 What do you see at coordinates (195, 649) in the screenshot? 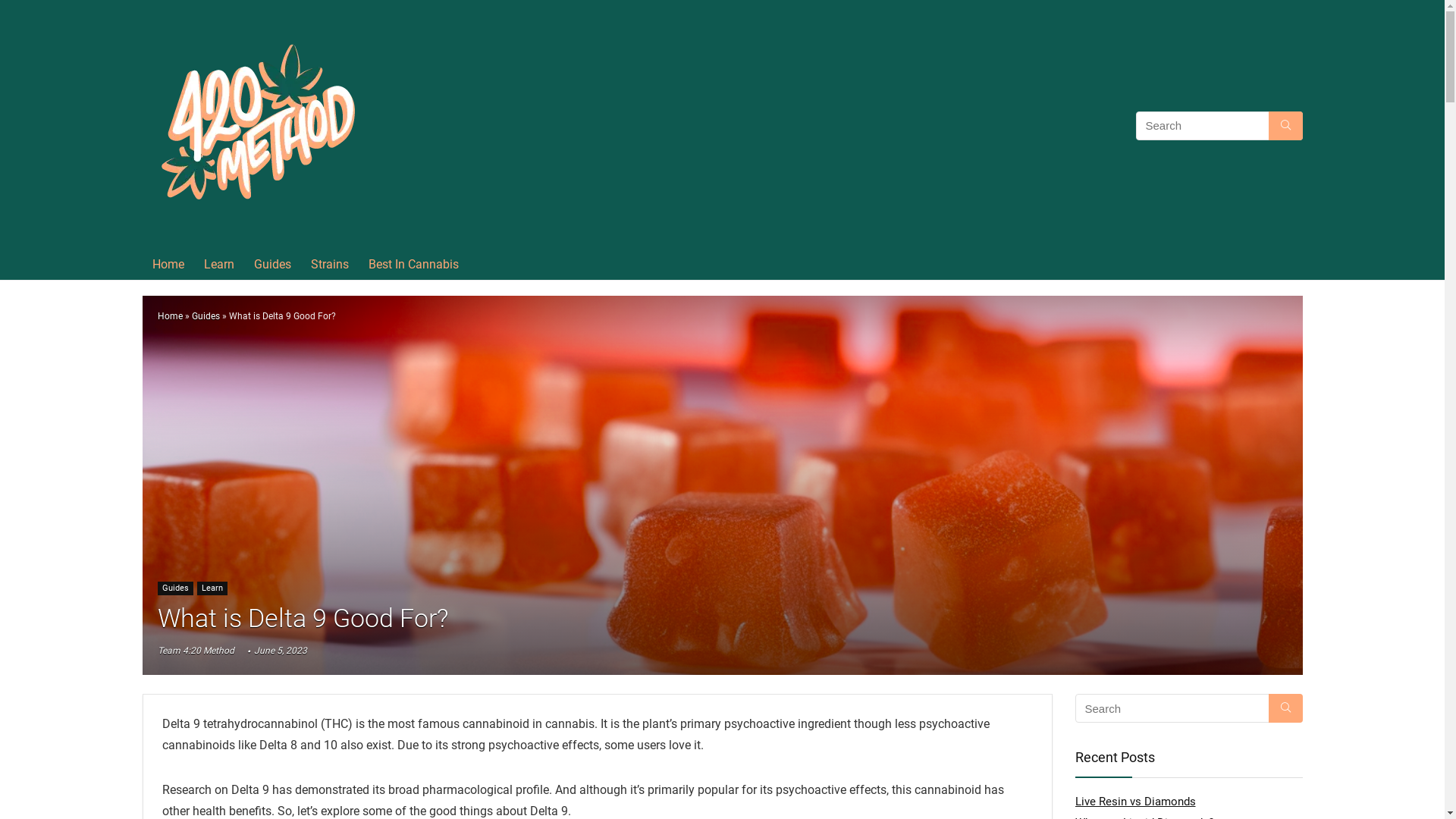
I see `'Team 4:20 Method'` at bounding box center [195, 649].